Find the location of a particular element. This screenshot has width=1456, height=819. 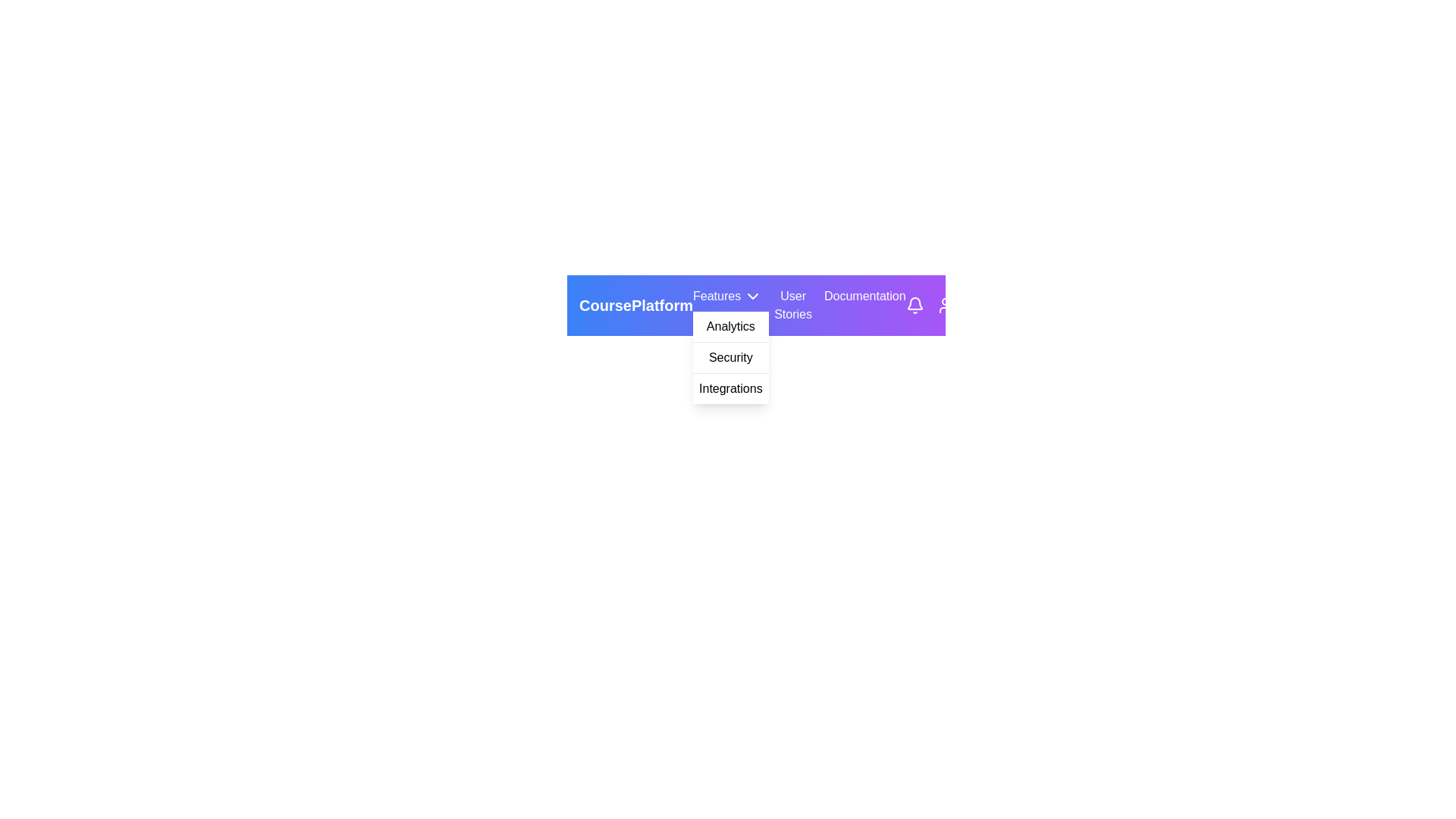

the text label reading 'Security' is located at coordinates (730, 358).